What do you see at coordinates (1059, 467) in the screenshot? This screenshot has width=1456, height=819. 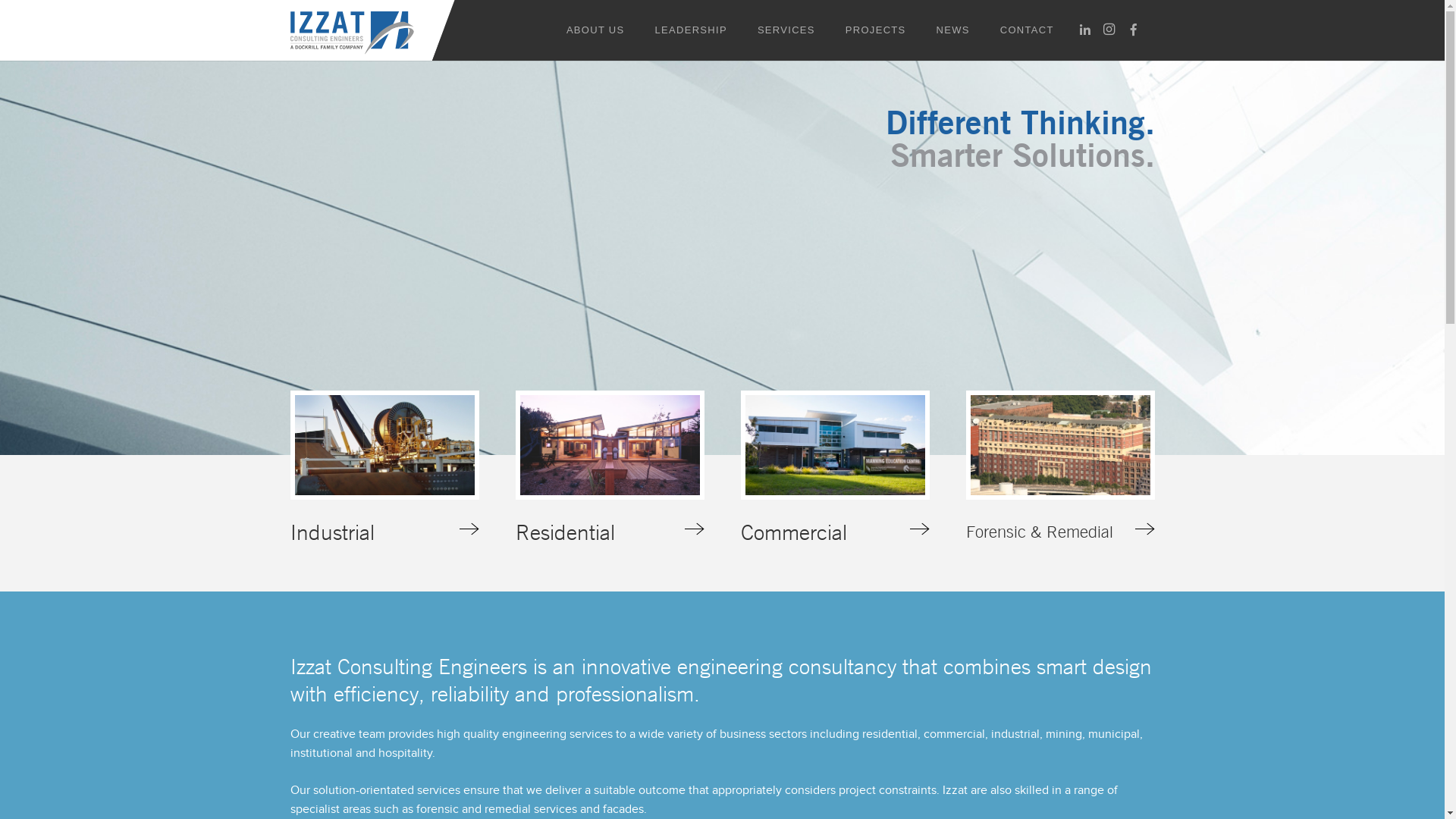 I see `'Forensic & Remedial'` at bounding box center [1059, 467].